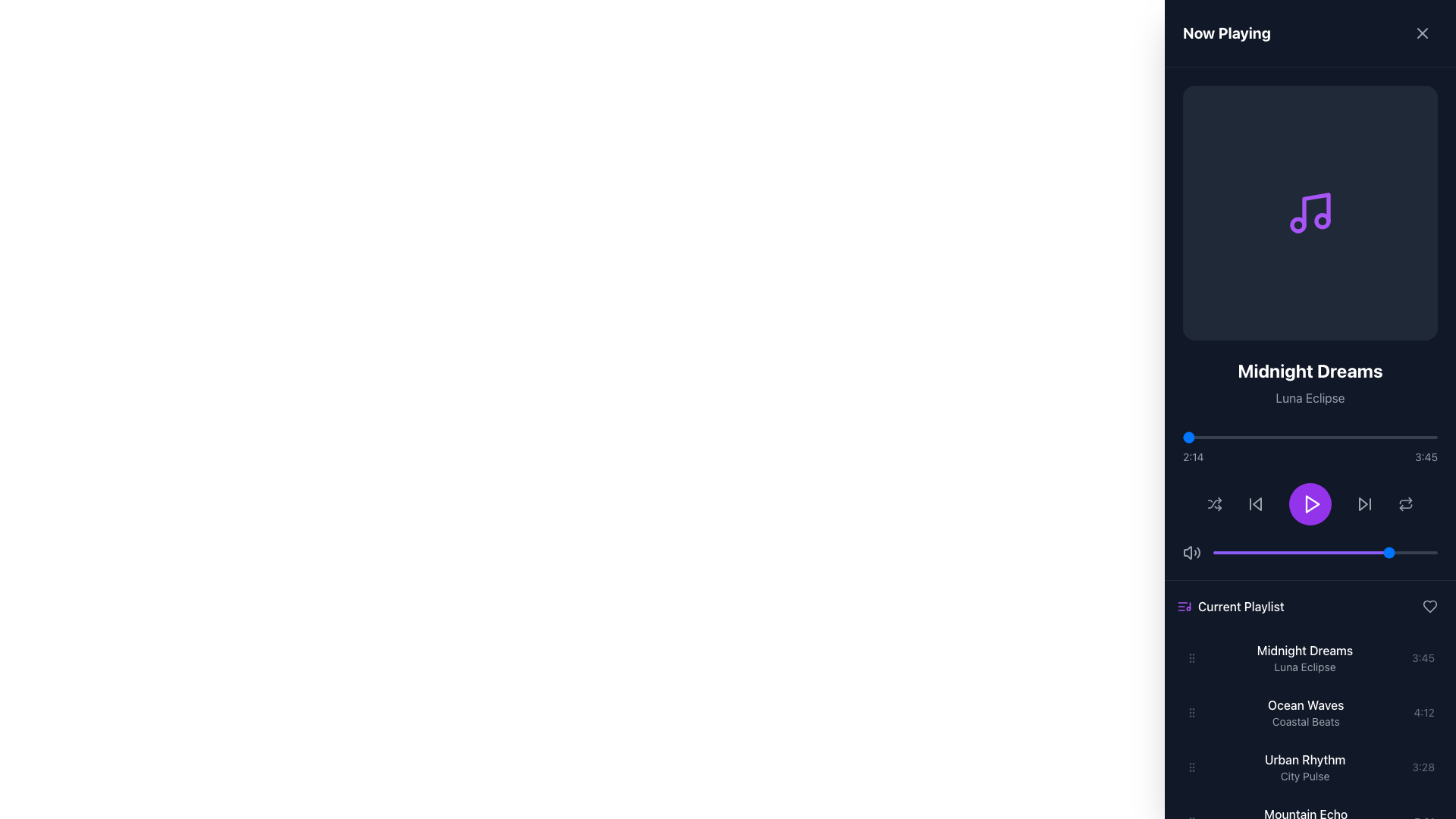 This screenshot has height=819, width=1456. What do you see at coordinates (1310, 657) in the screenshot?
I see `the first track item in the playlist` at bounding box center [1310, 657].